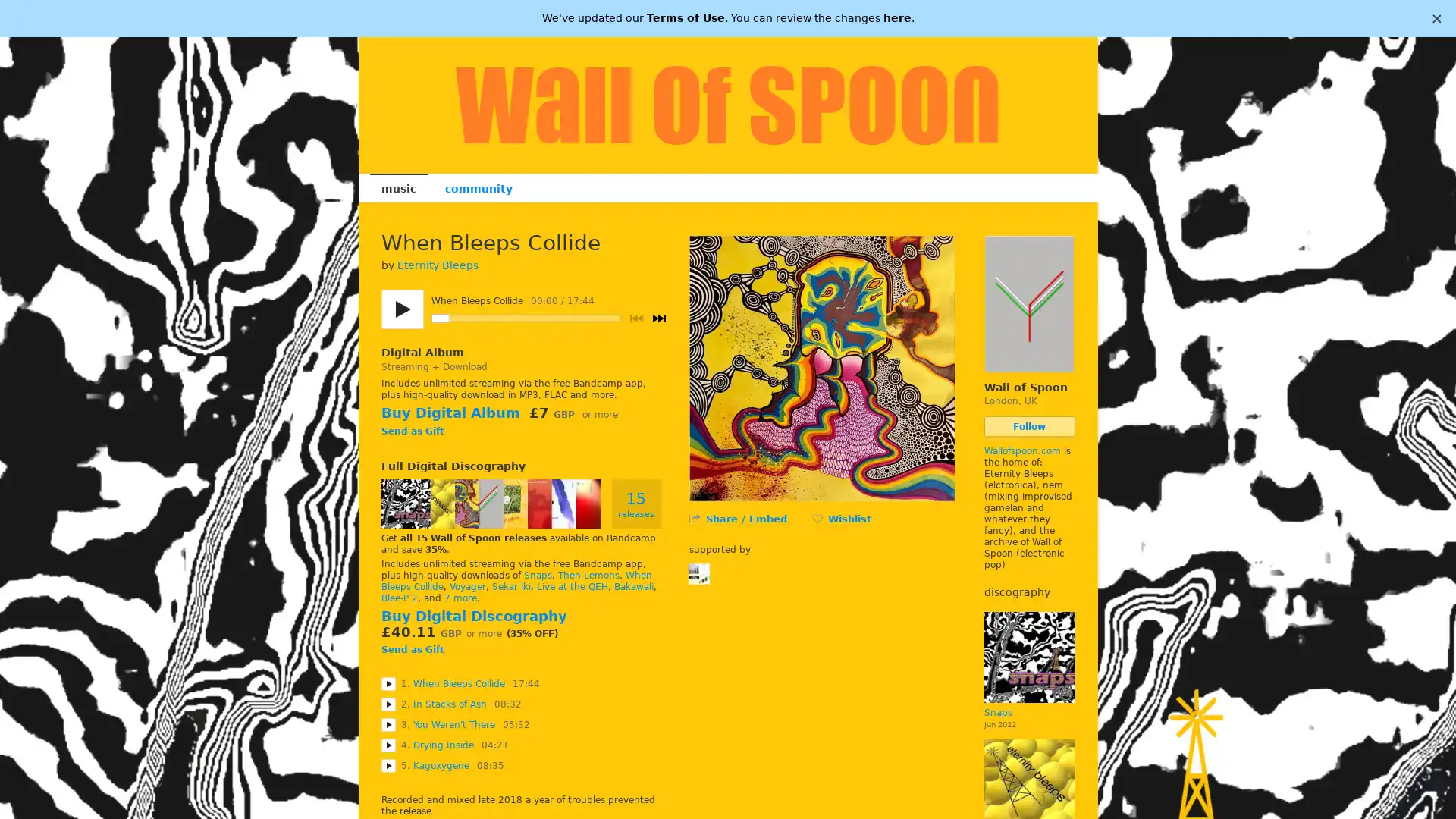 The image size is (1456, 819). Describe the element at coordinates (449, 413) in the screenshot. I see `Buy Digital Album` at that location.